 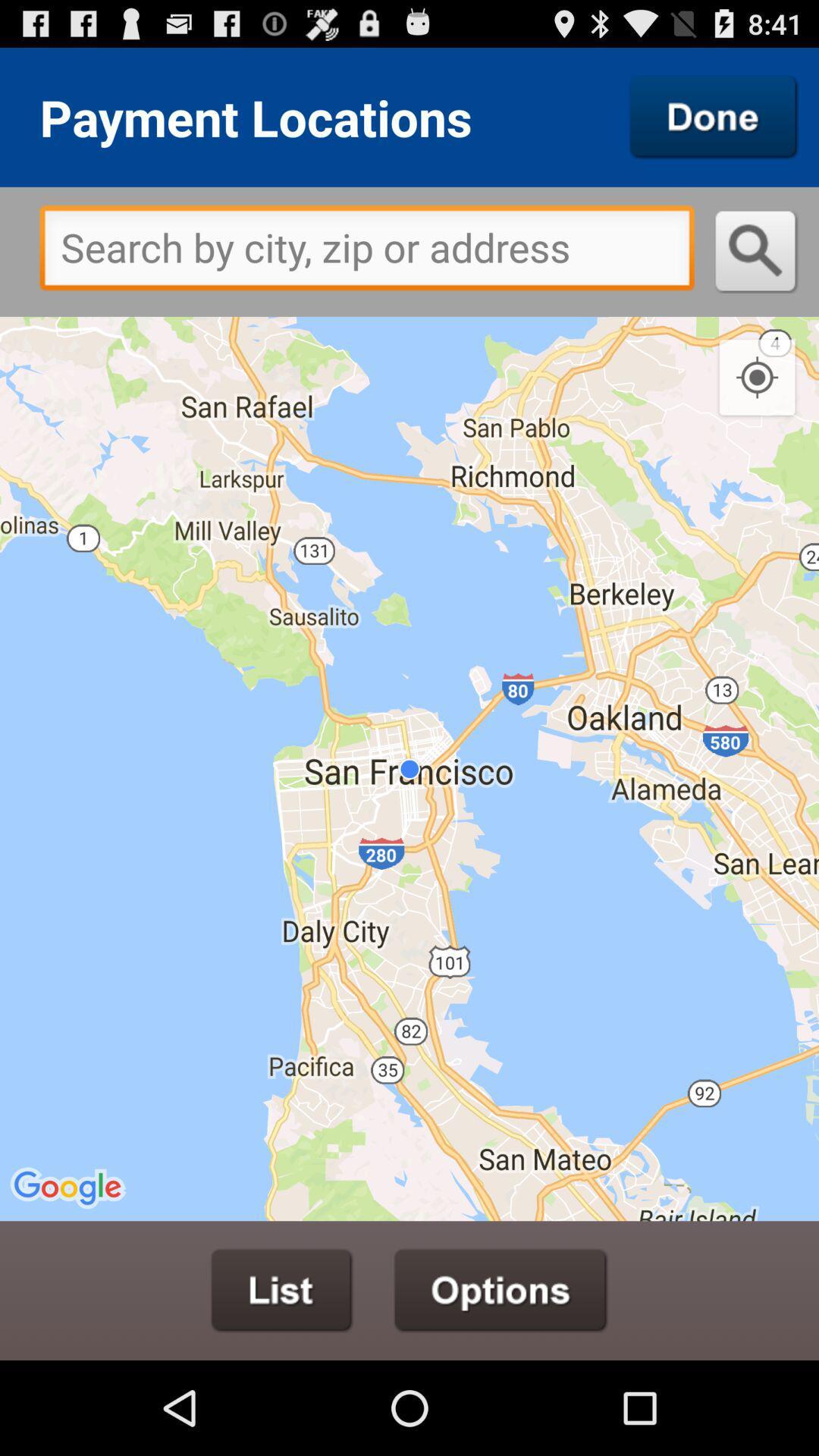 I want to click on the app to the right of the payment locations icon, so click(x=714, y=116).